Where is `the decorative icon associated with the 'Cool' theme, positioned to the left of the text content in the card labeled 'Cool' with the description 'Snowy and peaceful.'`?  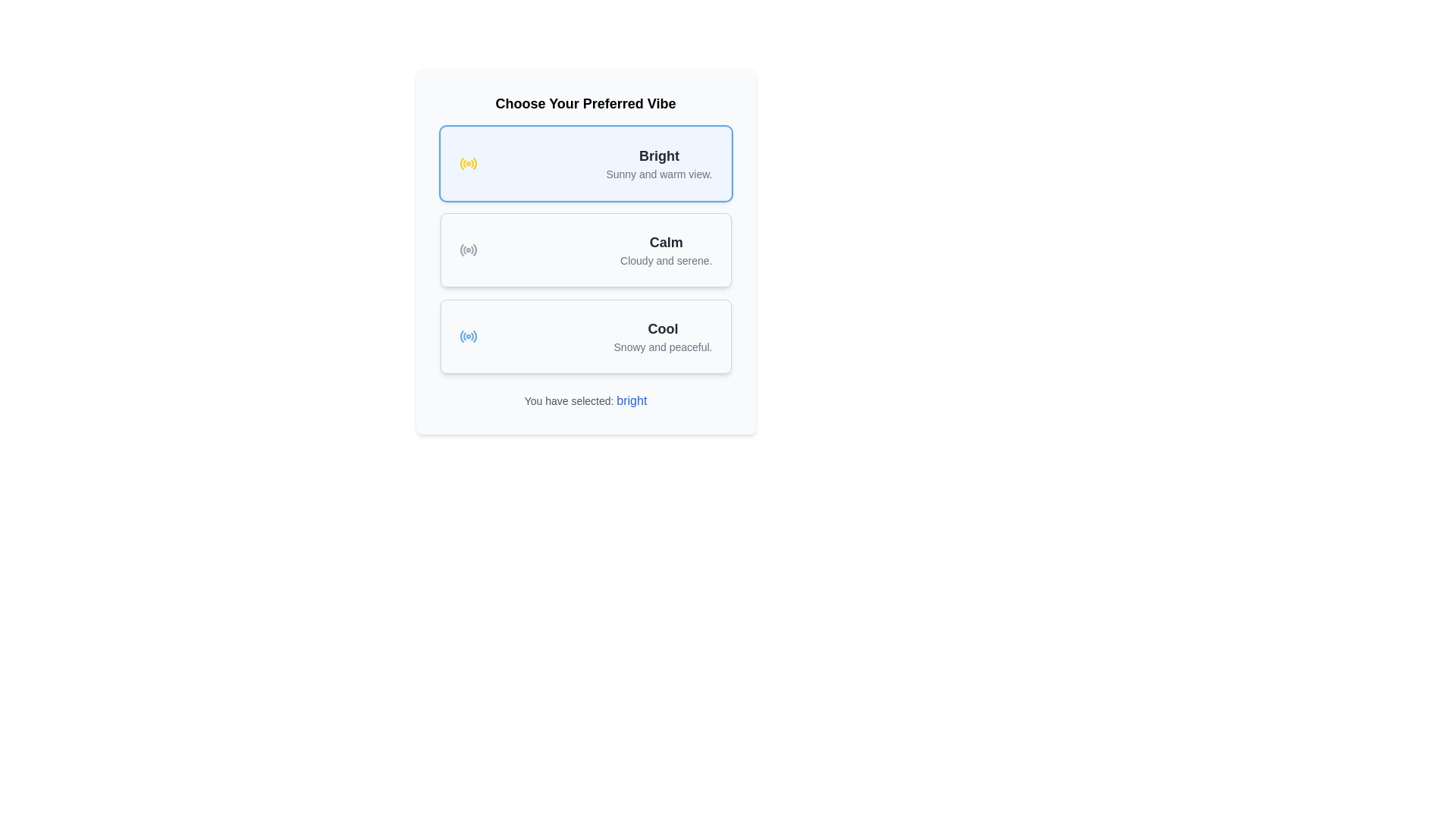
the decorative icon associated with the 'Cool' theme, positioned to the left of the text content in the card labeled 'Cool' with the description 'Snowy and peaceful.' is located at coordinates (467, 335).